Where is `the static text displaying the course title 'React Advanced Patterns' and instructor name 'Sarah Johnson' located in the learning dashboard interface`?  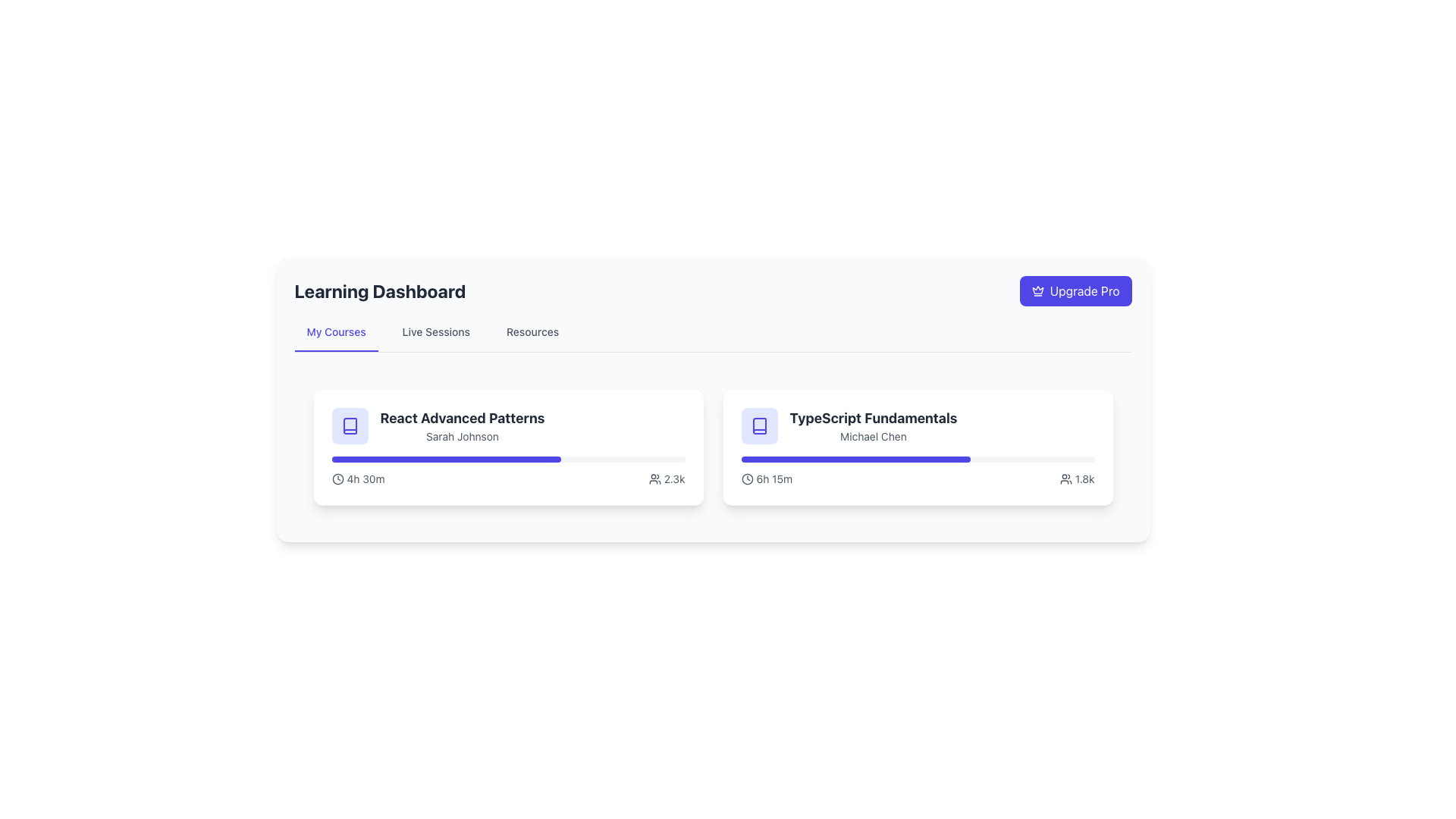
the static text displaying the course title 'React Advanced Patterns' and instructor name 'Sarah Johnson' located in the learning dashboard interface is located at coordinates (461, 426).